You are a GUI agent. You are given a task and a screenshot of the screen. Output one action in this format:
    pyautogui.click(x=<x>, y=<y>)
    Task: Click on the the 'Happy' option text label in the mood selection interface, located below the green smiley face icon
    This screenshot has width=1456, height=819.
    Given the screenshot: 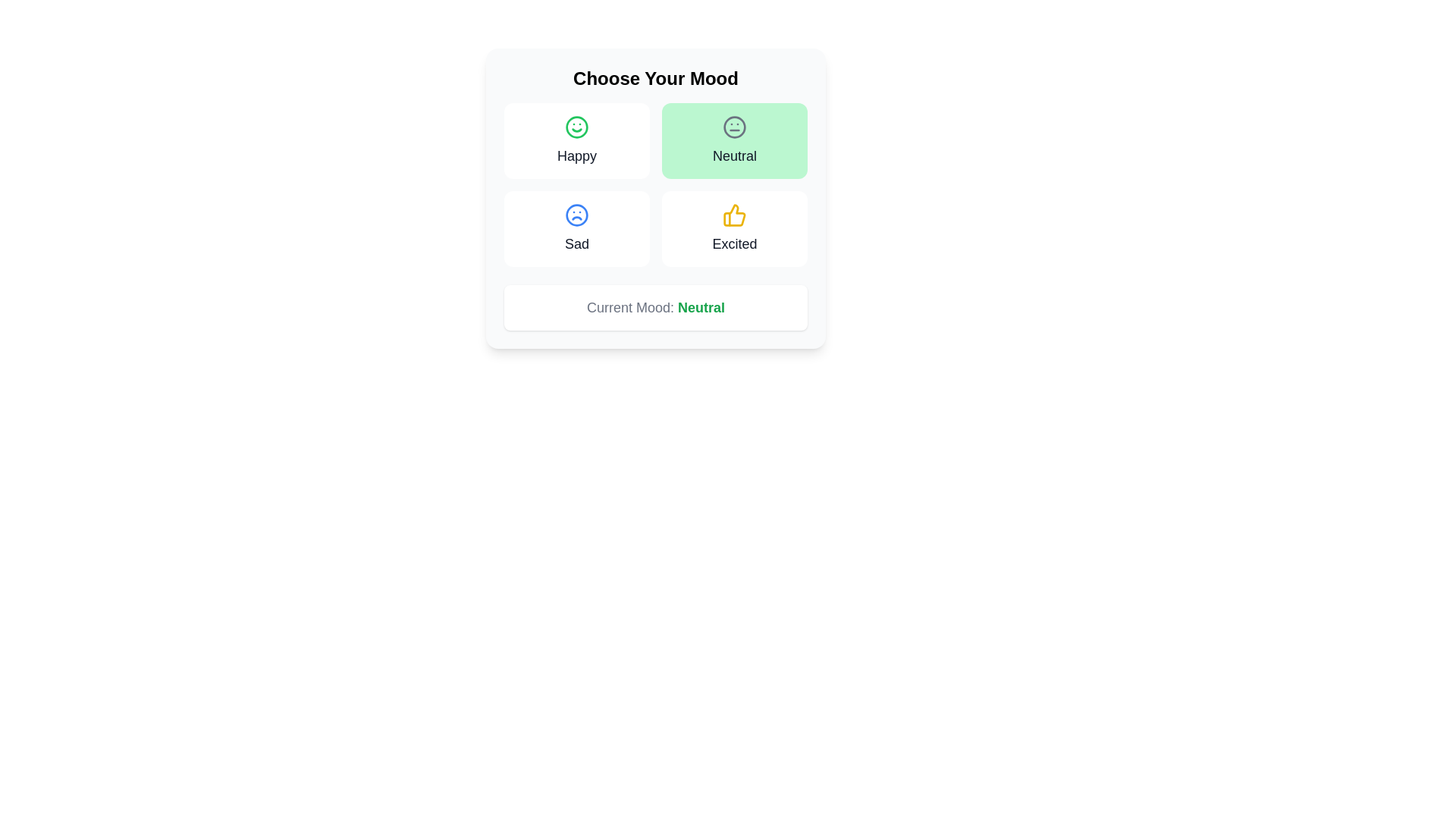 What is the action you would take?
    pyautogui.click(x=576, y=155)
    